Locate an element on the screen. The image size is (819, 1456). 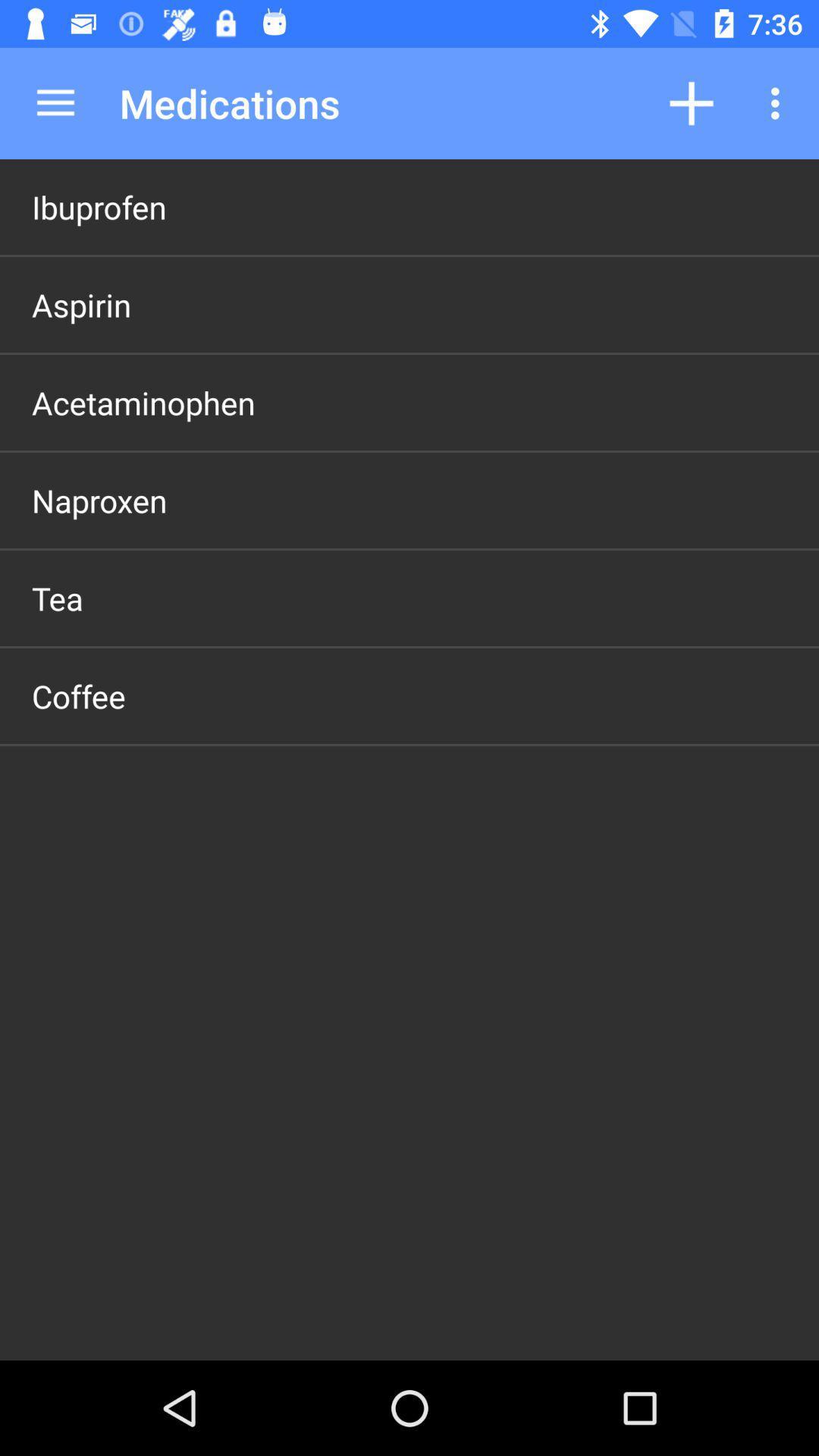
the naproxen is located at coordinates (99, 500).